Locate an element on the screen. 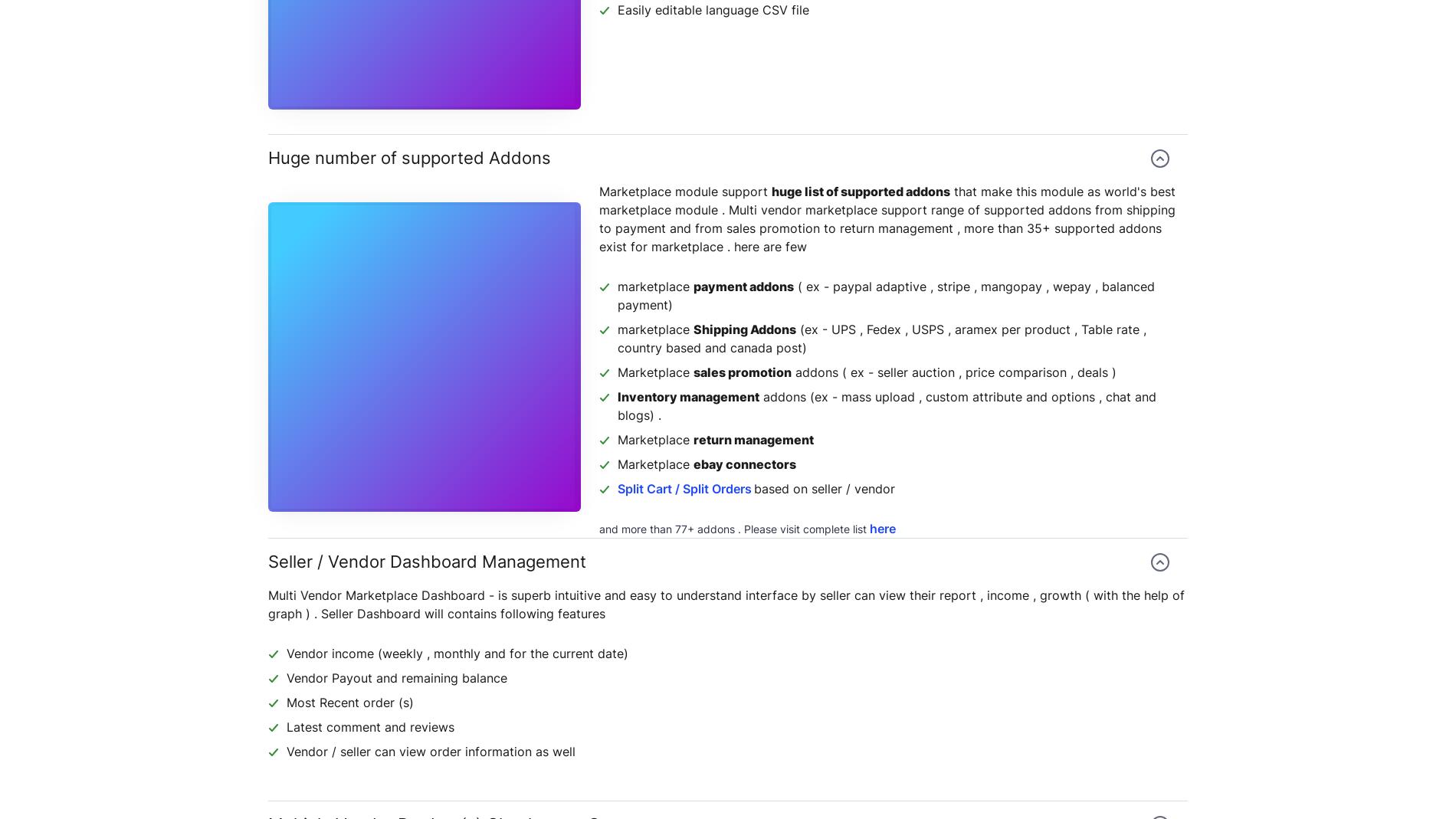 The image size is (1456, 819). 'payment addons' is located at coordinates (692, 287).